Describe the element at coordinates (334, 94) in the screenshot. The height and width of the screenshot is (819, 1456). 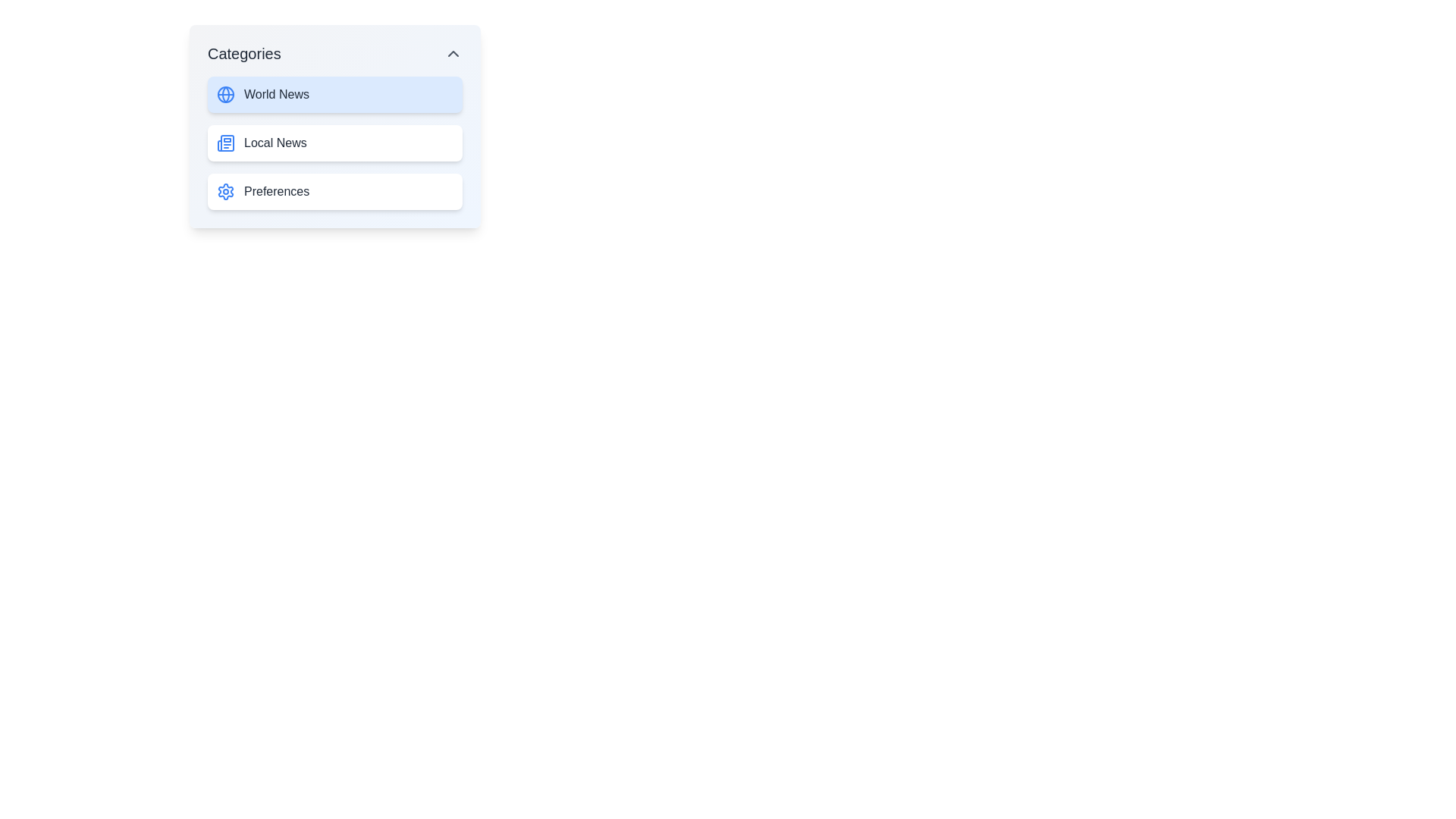
I see `the 'World News' category button, which is the first item in the vertical list of cards in the 'Categories' panel` at that location.